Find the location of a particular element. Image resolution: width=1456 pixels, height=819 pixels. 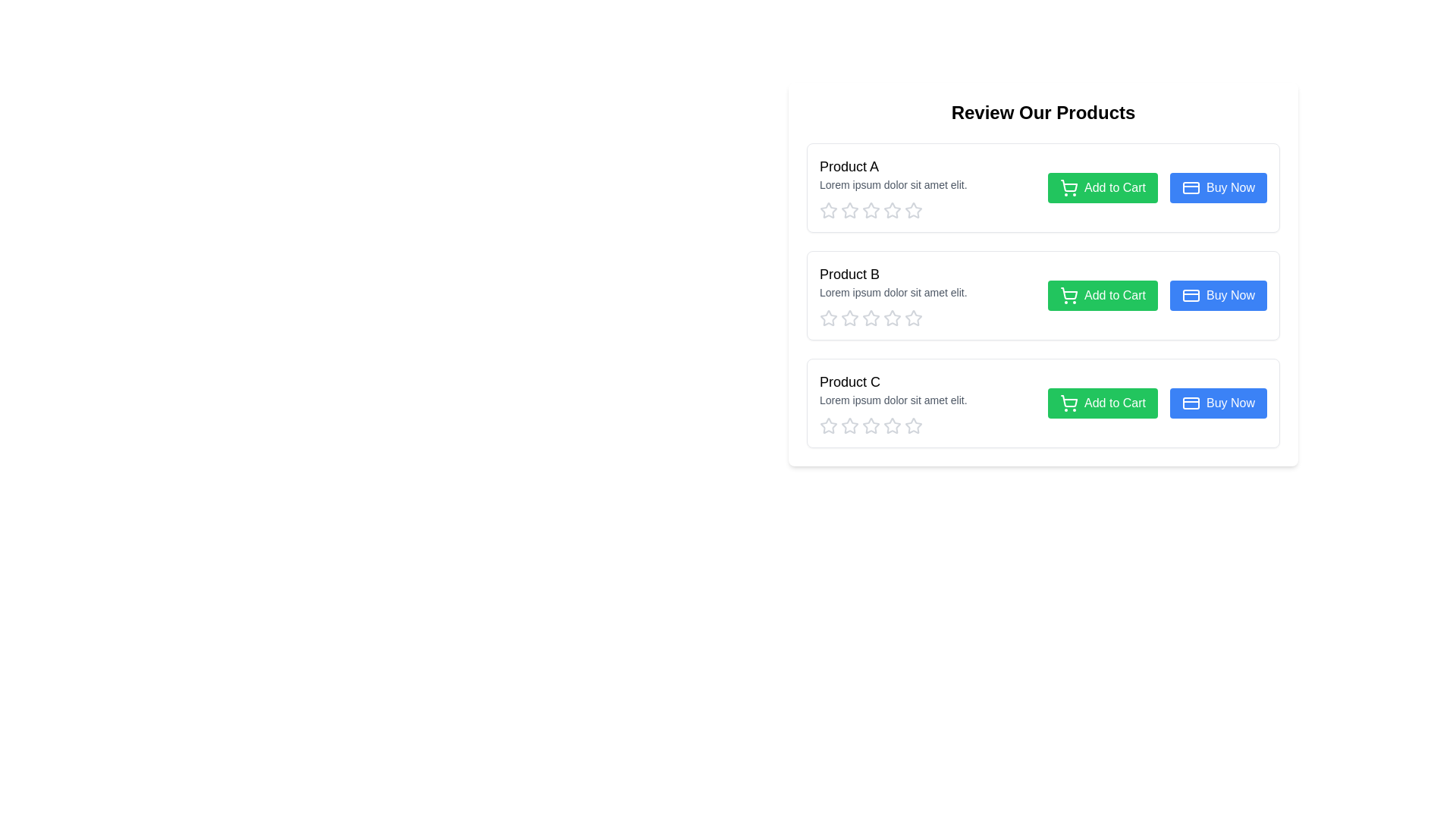

the green 'Add to Cart' button with white text and a shopping cart icon to change its color is located at coordinates (1103, 403).